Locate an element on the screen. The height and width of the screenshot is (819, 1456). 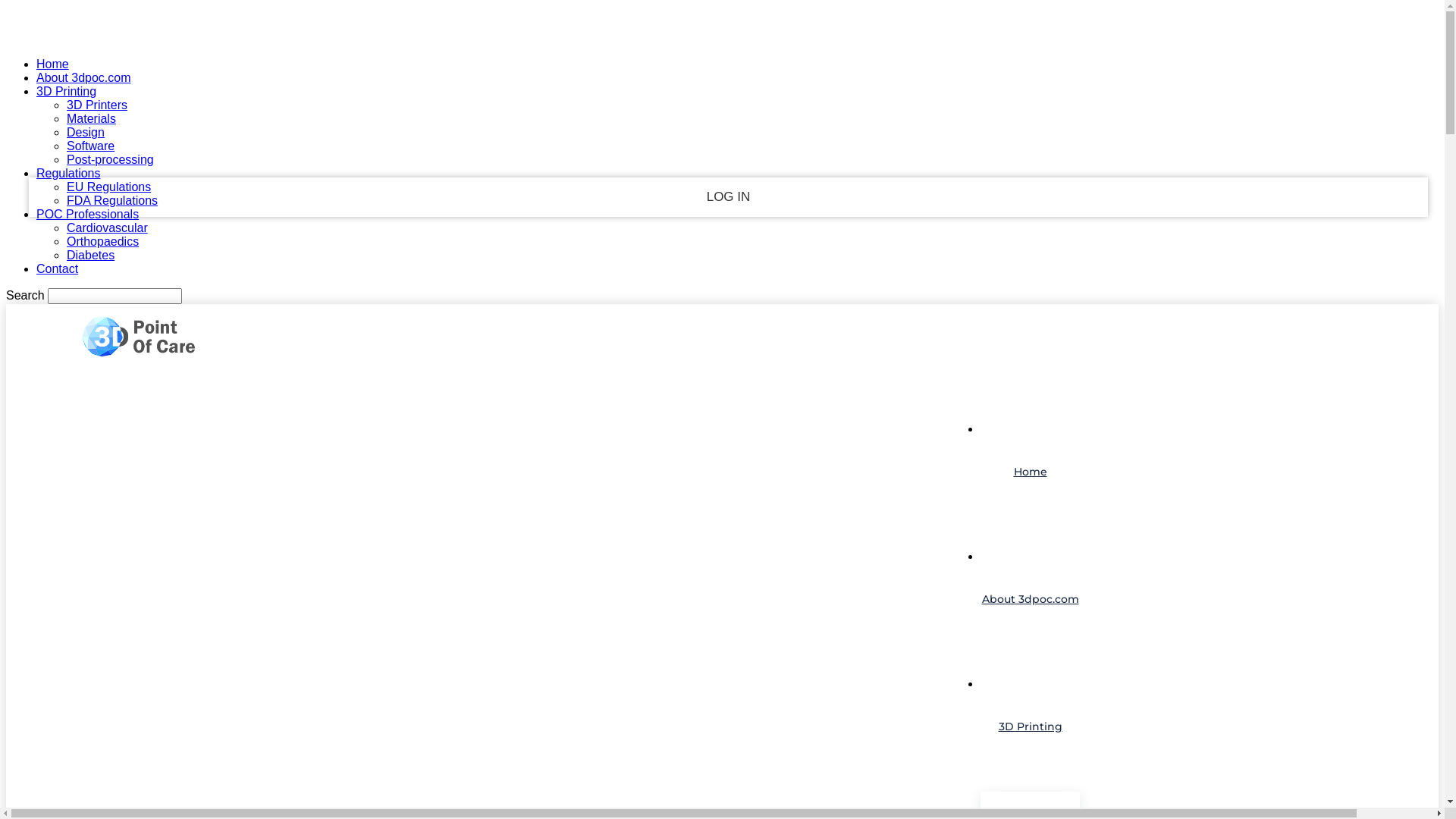
'3D Printing' is located at coordinates (65, 91).